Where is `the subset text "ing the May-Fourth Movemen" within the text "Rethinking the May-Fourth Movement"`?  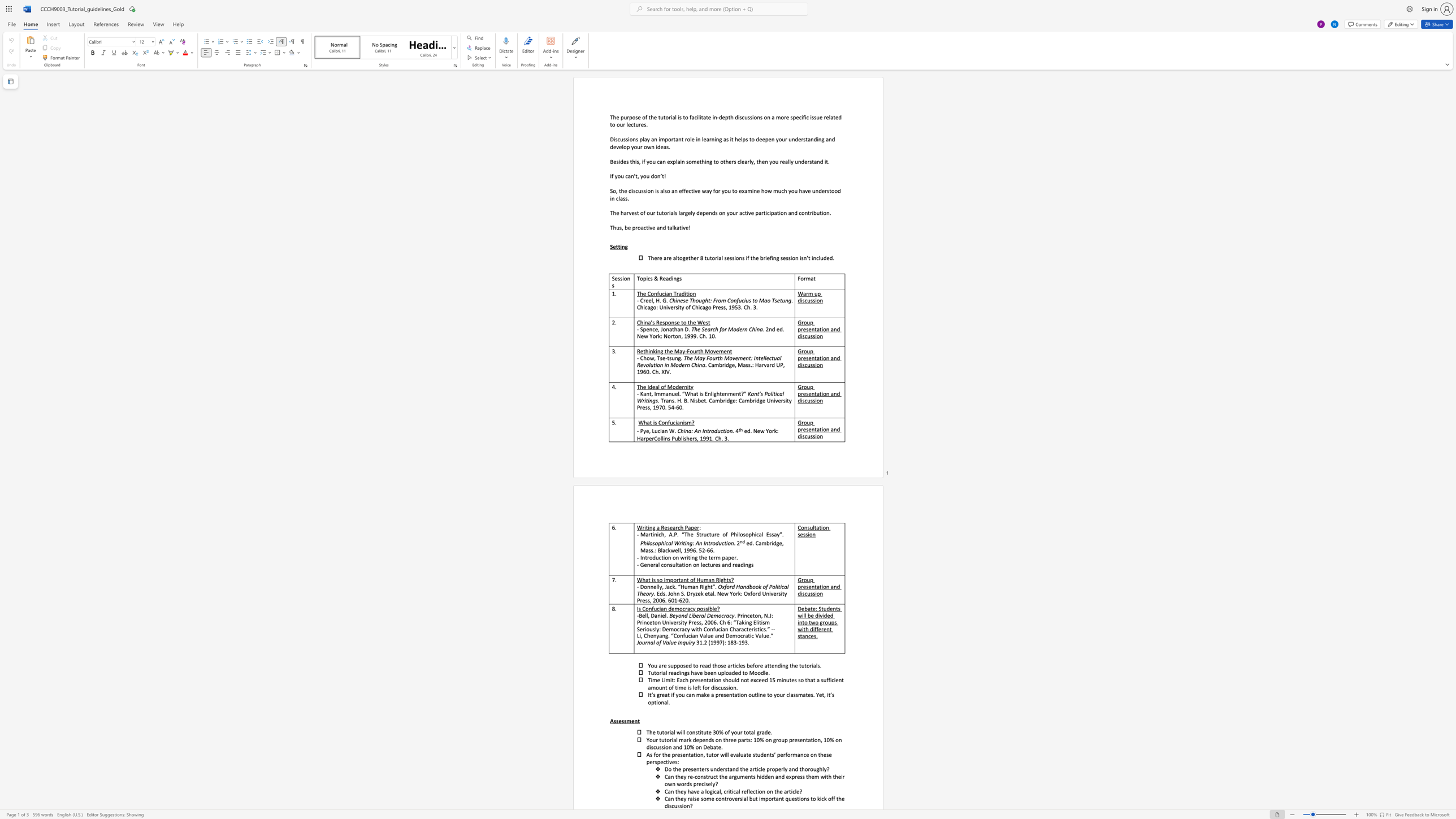
the subset text "ing the May-Fourth Movemen" within the text "Rethinking the May-Fourth Movement" is located at coordinates (655, 351).